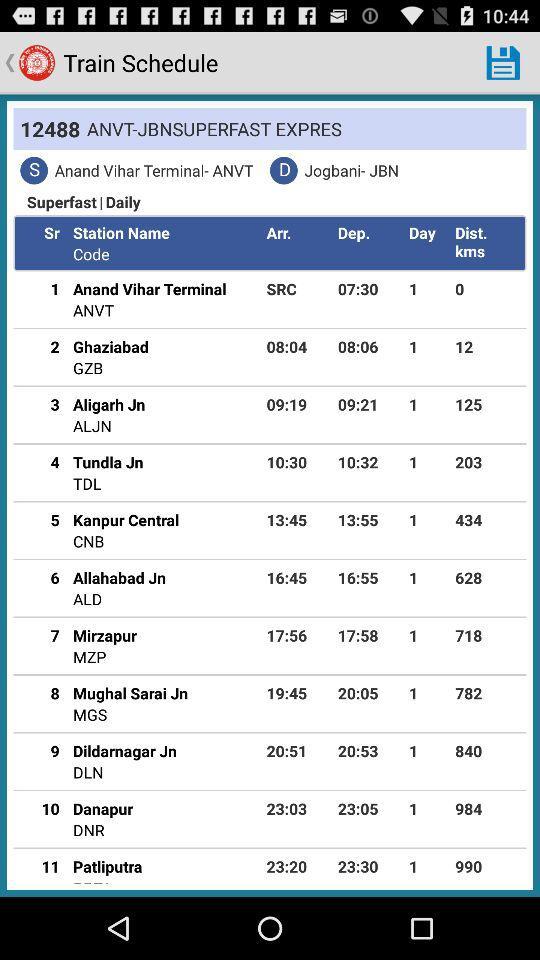  Describe the element at coordinates (486, 403) in the screenshot. I see `the 125` at that location.